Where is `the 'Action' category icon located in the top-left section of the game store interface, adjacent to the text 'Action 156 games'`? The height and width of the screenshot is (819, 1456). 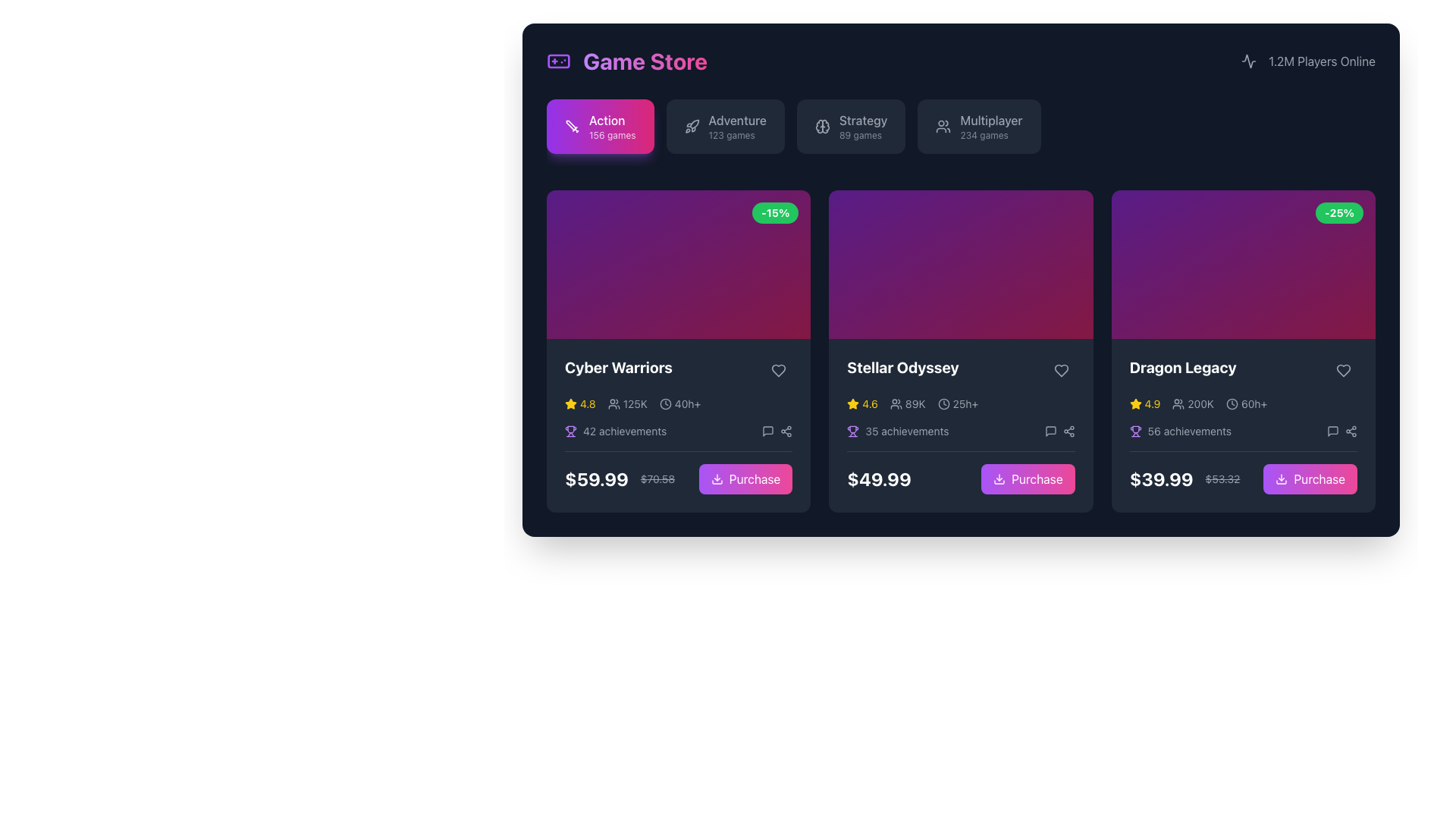
the 'Action' category icon located in the top-left section of the game store interface, adjacent to the text 'Action 156 games' is located at coordinates (571, 125).